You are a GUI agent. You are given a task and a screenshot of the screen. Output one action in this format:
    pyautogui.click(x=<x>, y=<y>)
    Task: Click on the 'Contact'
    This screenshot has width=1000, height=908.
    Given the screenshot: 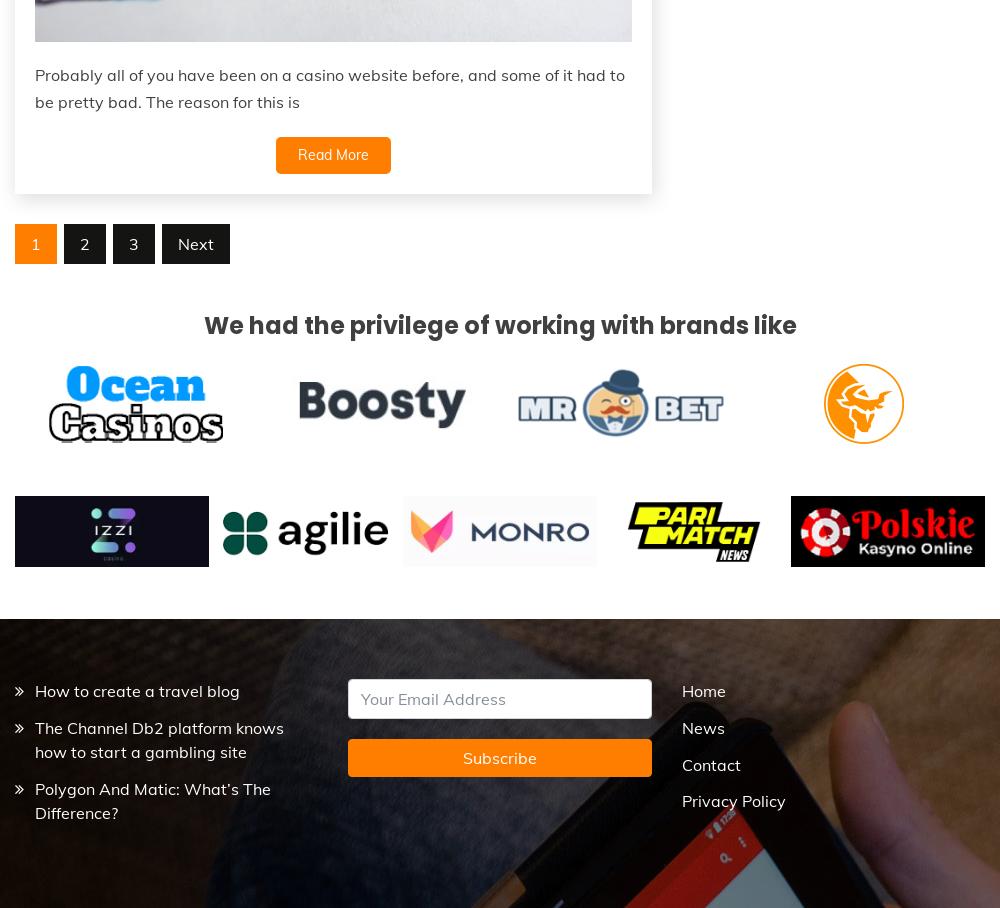 What is the action you would take?
    pyautogui.click(x=709, y=762)
    